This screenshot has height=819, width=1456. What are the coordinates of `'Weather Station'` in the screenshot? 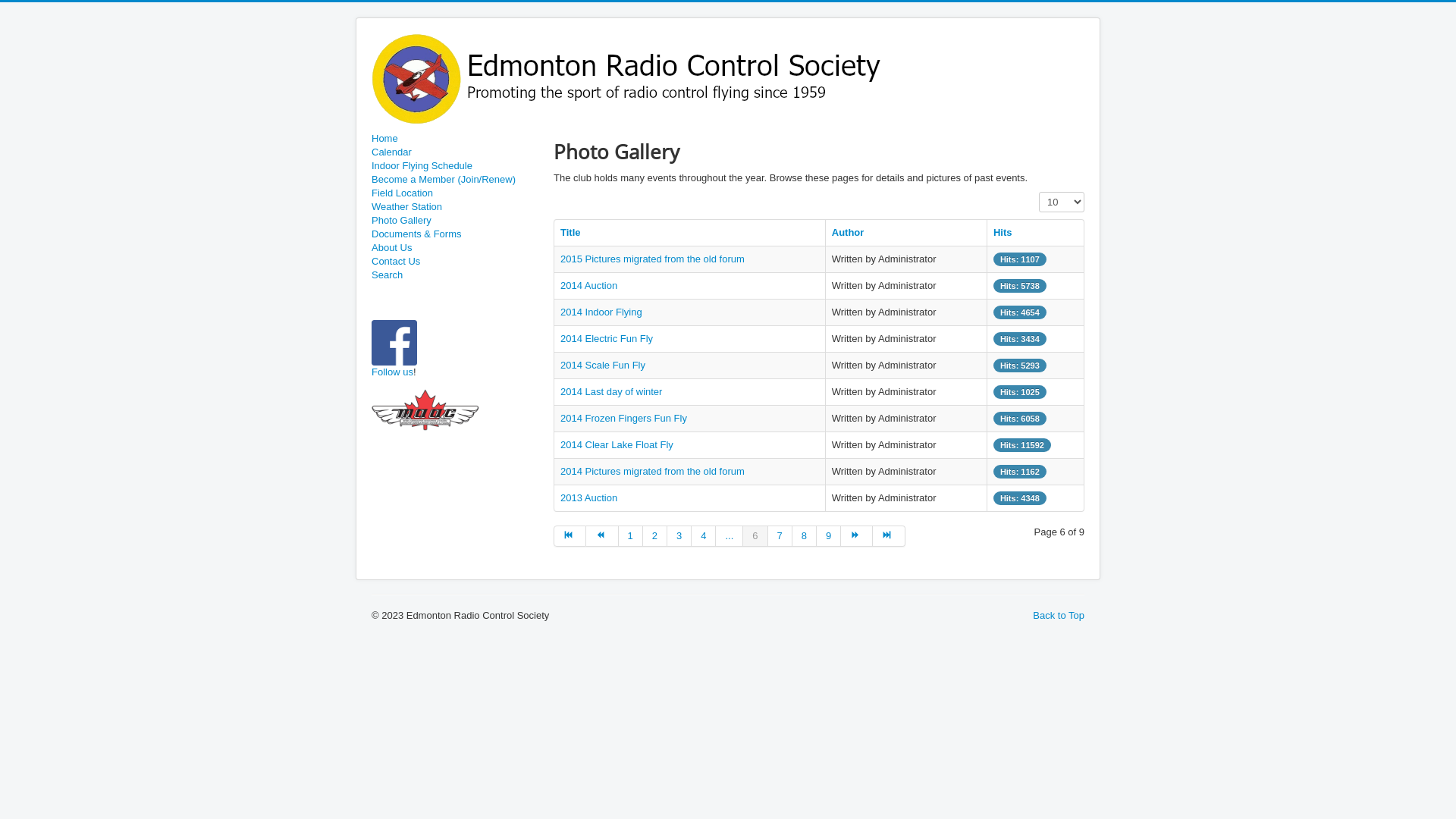 It's located at (454, 207).